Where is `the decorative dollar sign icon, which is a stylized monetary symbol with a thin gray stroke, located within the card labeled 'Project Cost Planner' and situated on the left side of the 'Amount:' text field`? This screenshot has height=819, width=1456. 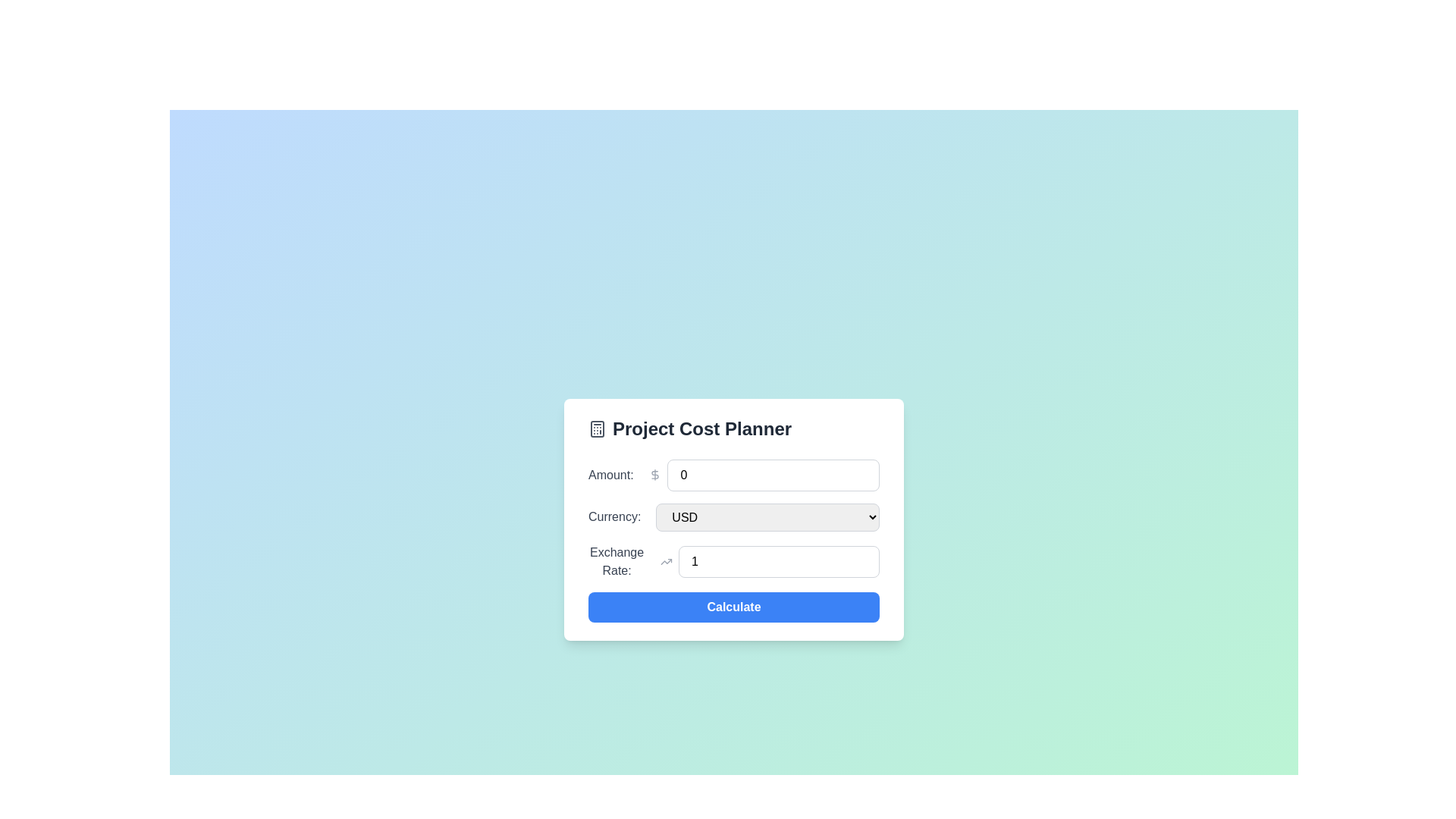 the decorative dollar sign icon, which is a stylized monetary symbol with a thin gray stroke, located within the card labeled 'Project Cost Planner' and situated on the left side of the 'Amount:' text field is located at coordinates (655, 474).